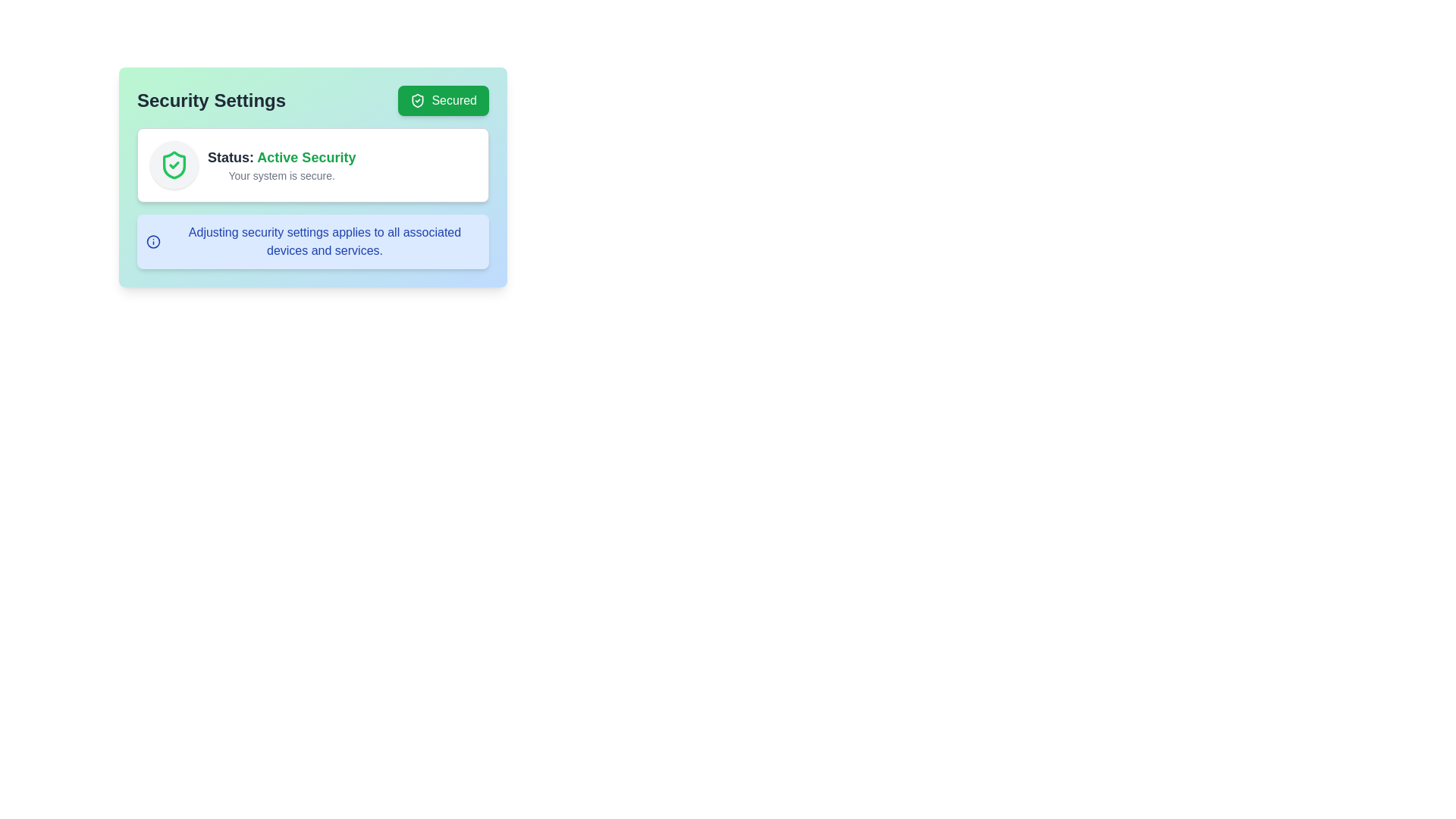 The width and height of the screenshot is (1456, 819). What do you see at coordinates (281, 158) in the screenshot?
I see `the static informational text that displays the security status of the system, located under the 'Security Settings' title in the top-left part of the security settings card` at bounding box center [281, 158].